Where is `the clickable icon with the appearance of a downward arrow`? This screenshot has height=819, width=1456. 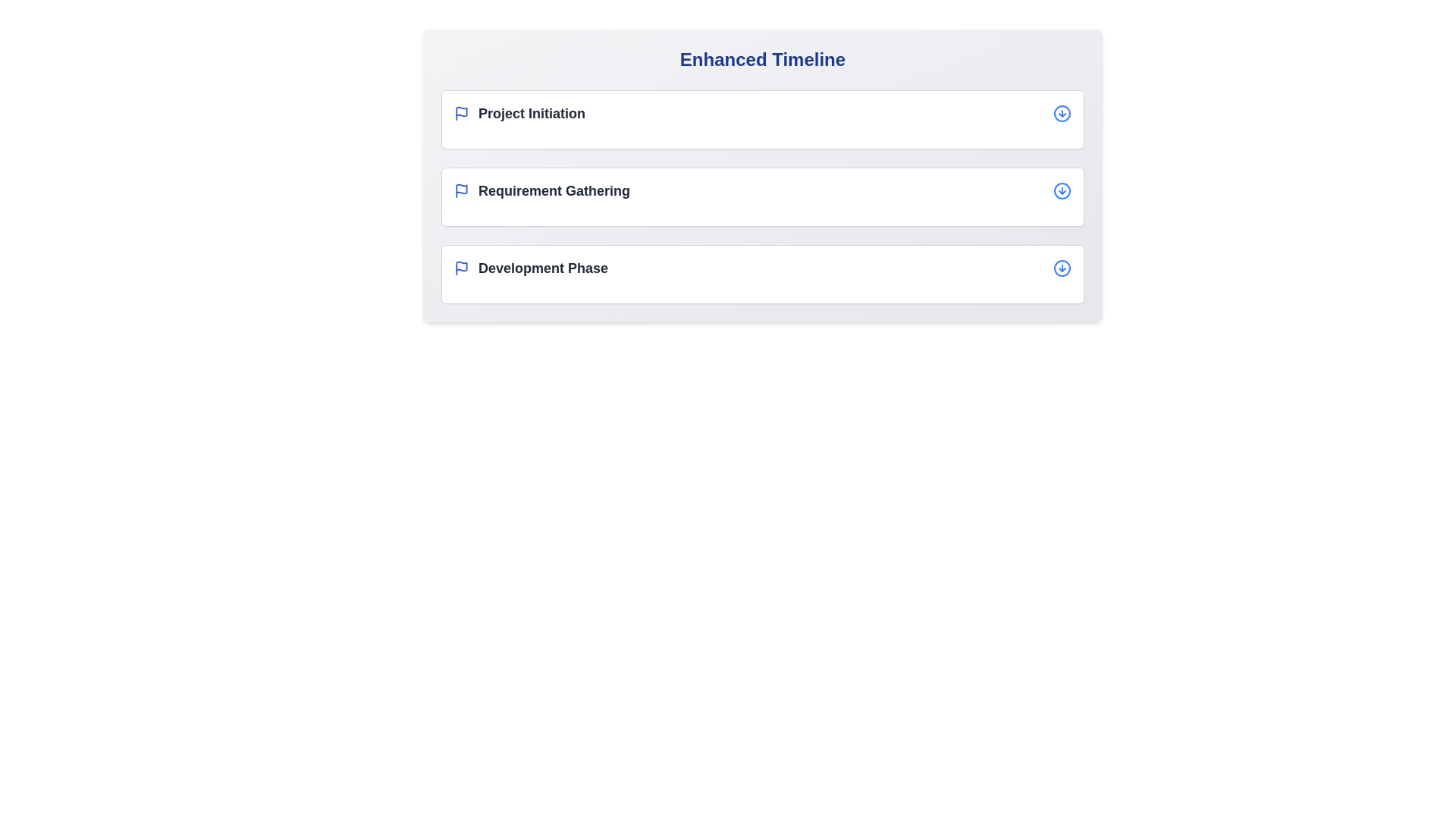
the clickable icon with the appearance of a downward arrow is located at coordinates (1062, 190).